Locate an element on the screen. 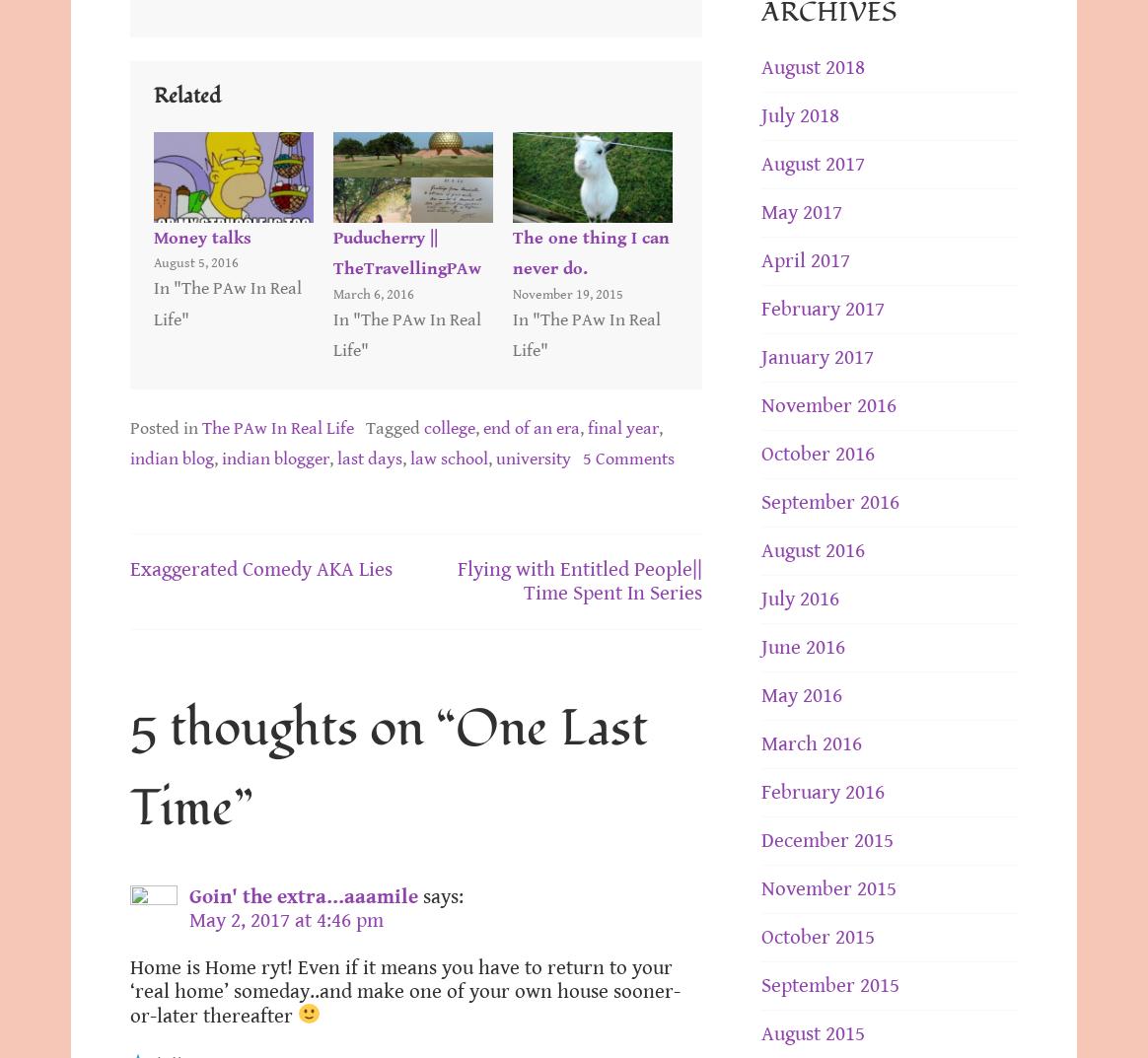 The image size is (1148, 1058). 'October 2015' is located at coordinates (759, 937).